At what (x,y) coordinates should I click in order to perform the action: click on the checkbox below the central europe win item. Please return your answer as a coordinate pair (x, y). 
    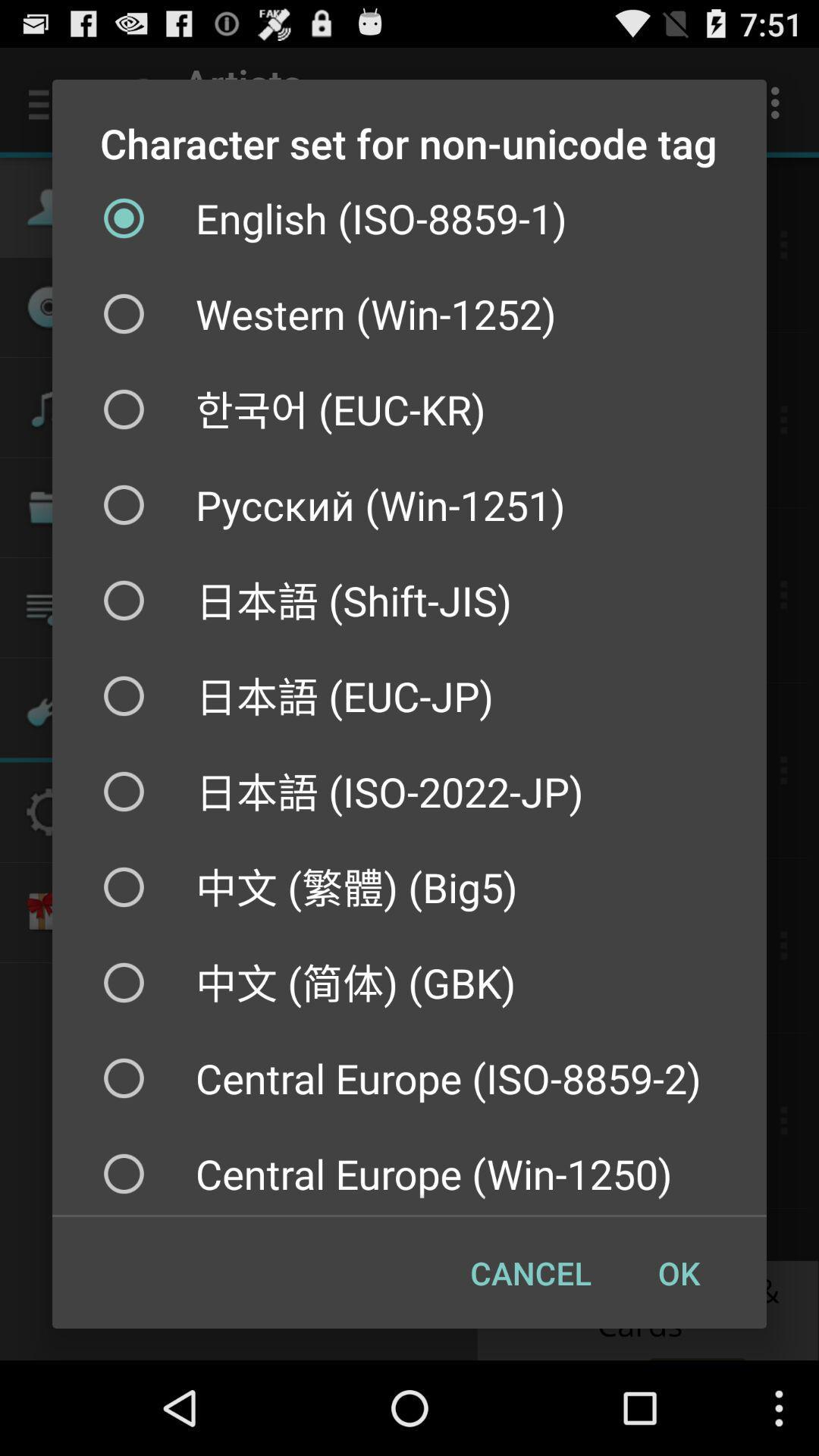
    Looking at the image, I should click on (678, 1272).